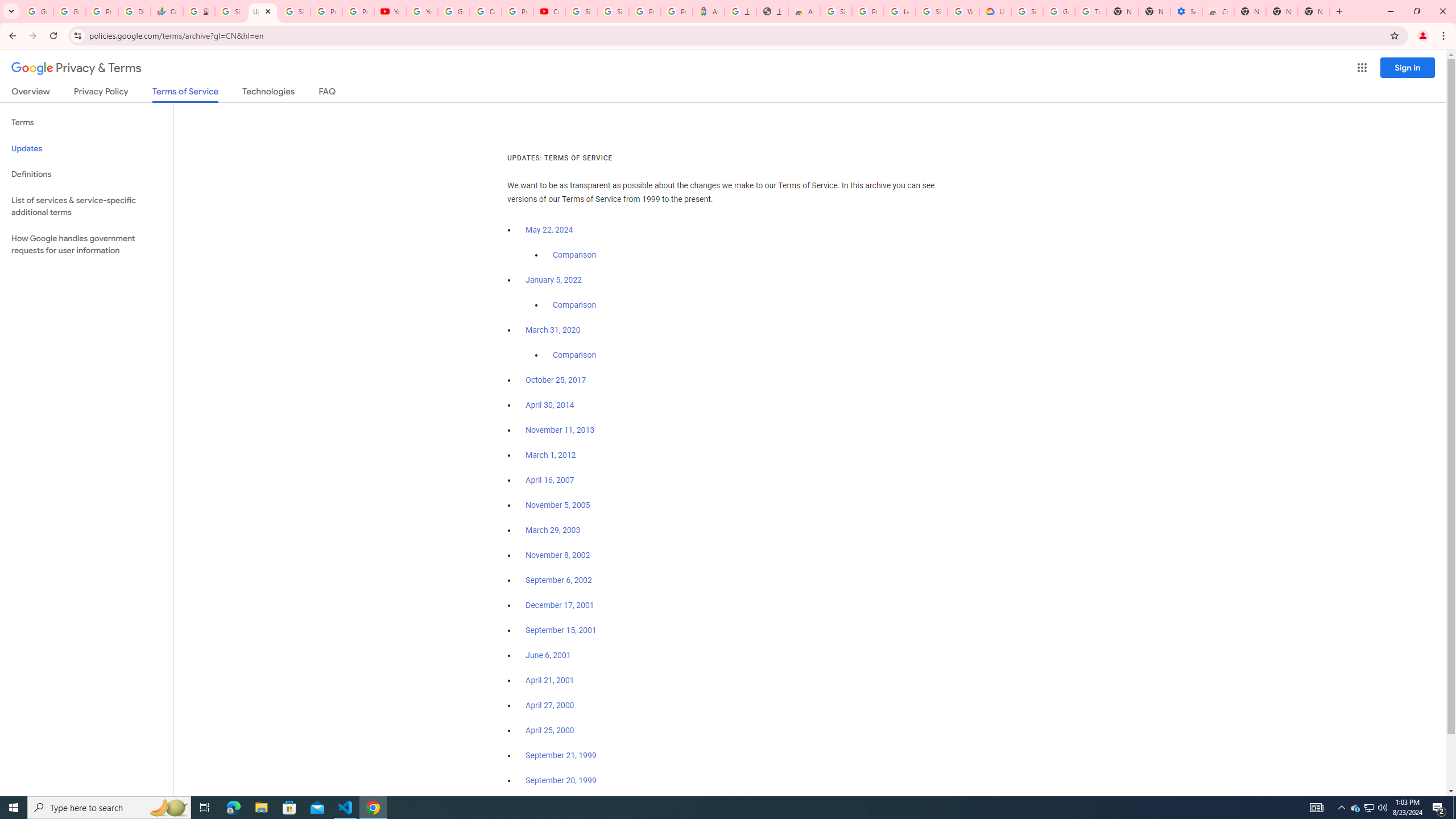  What do you see at coordinates (561, 754) in the screenshot?
I see `'September 21, 1999'` at bounding box center [561, 754].